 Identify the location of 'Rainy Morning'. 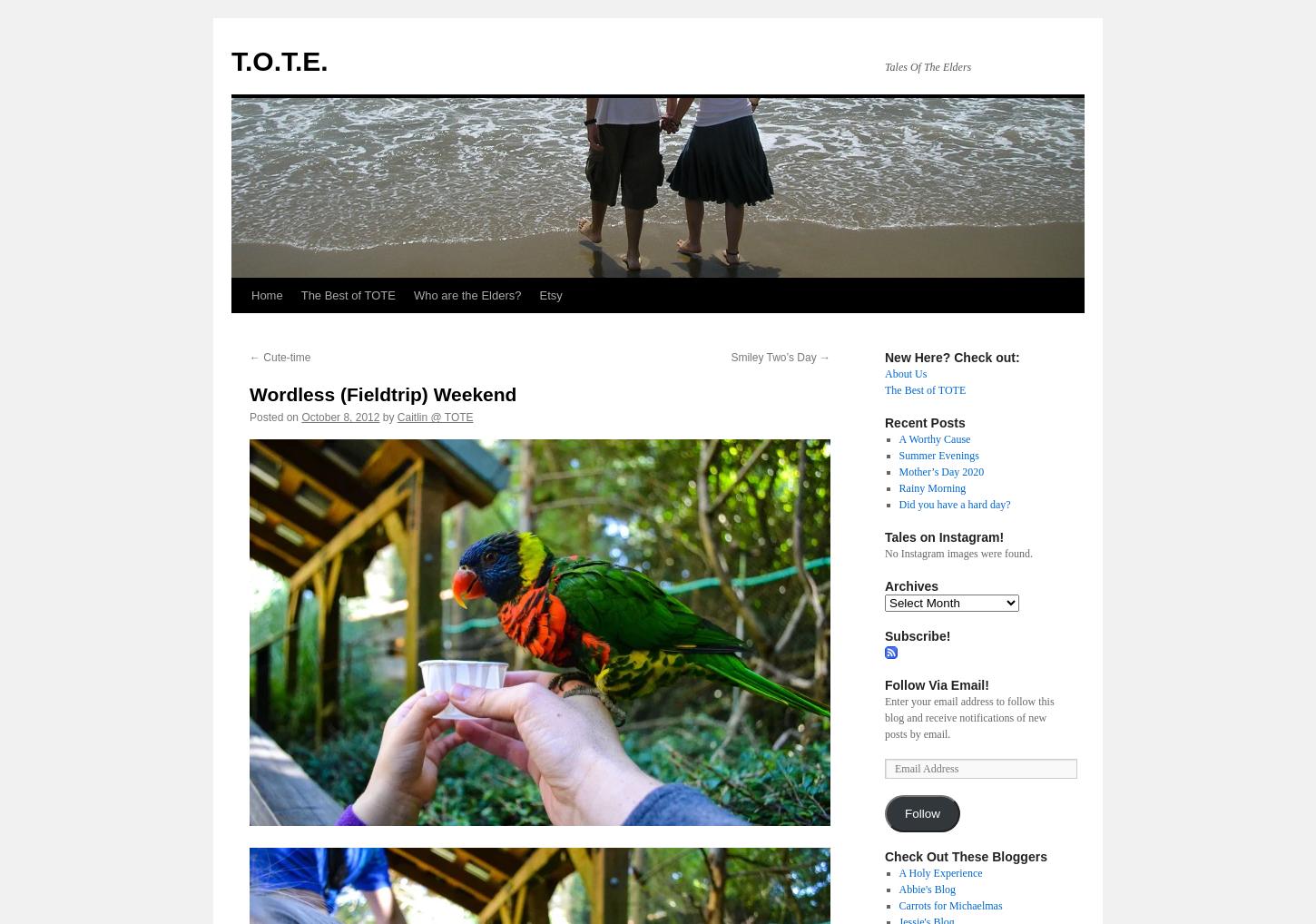
(899, 487).